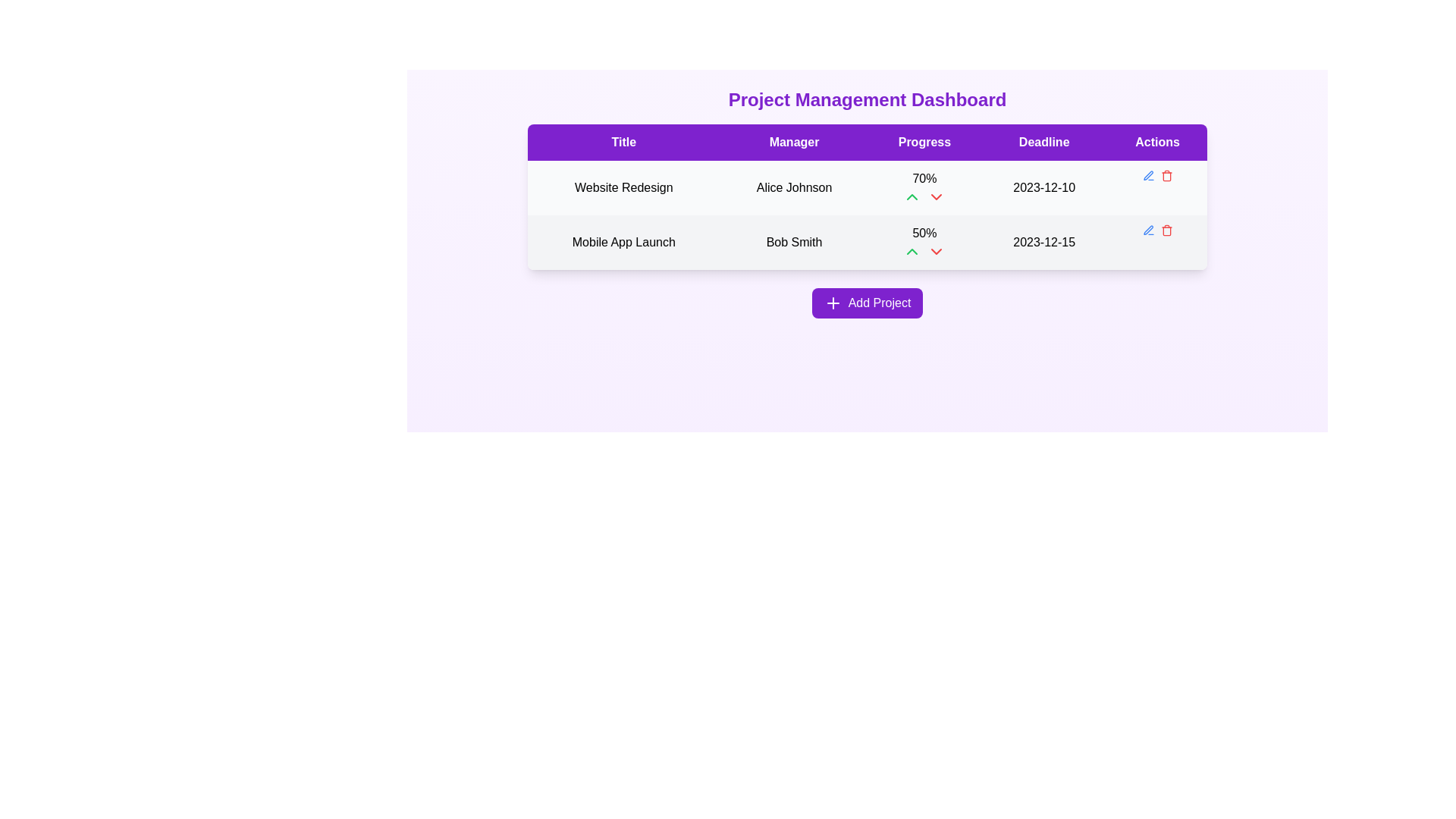 The width and height of the screenshot is (1456, 819). Describe the element at coordinates (1156, 174) in the screenshot. I see `the group of action icons in the 'Actions' column of the first row in the 'Project Management Dashboard' table` at that location.